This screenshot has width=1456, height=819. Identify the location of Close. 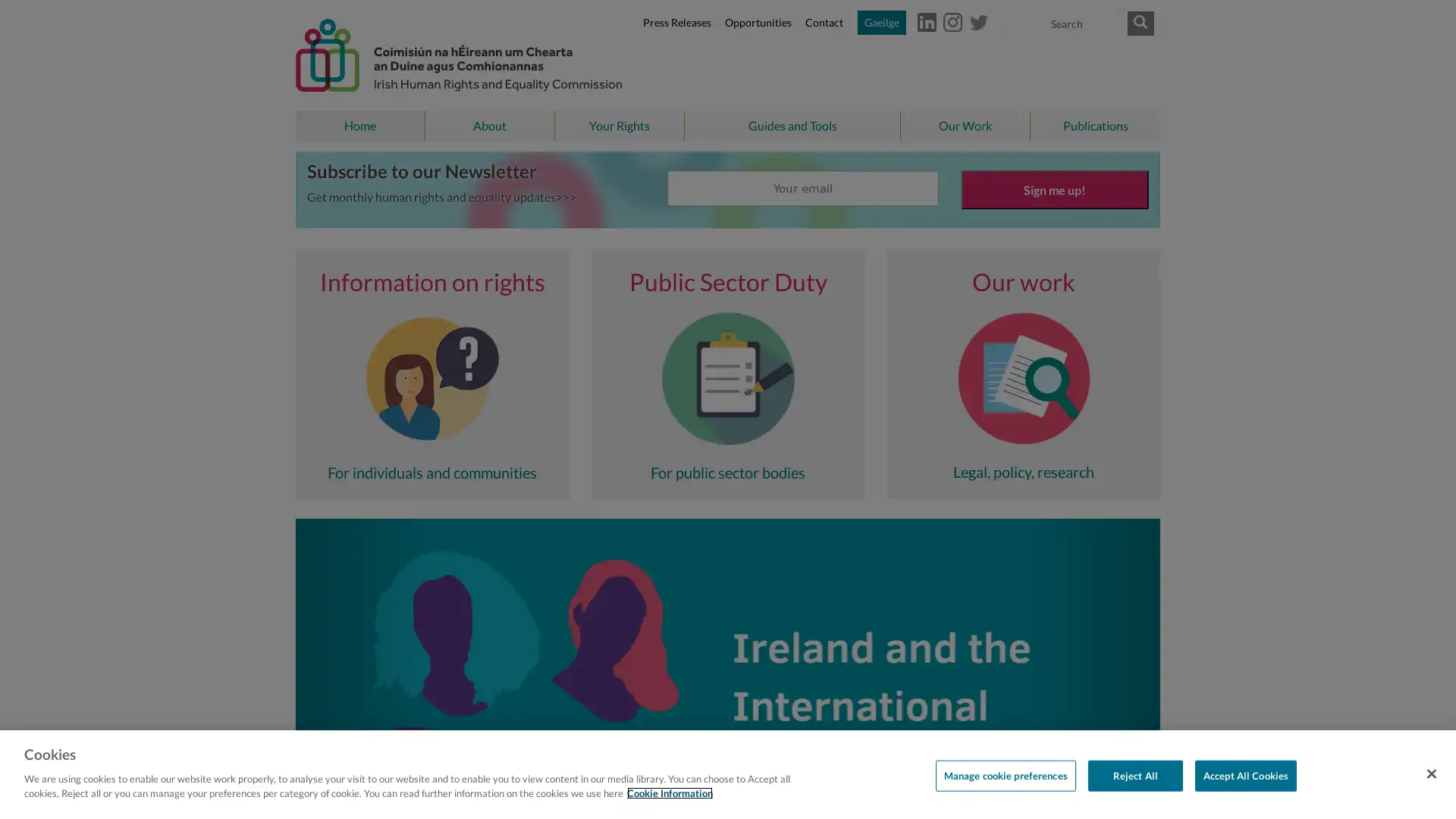
(1430, 773).